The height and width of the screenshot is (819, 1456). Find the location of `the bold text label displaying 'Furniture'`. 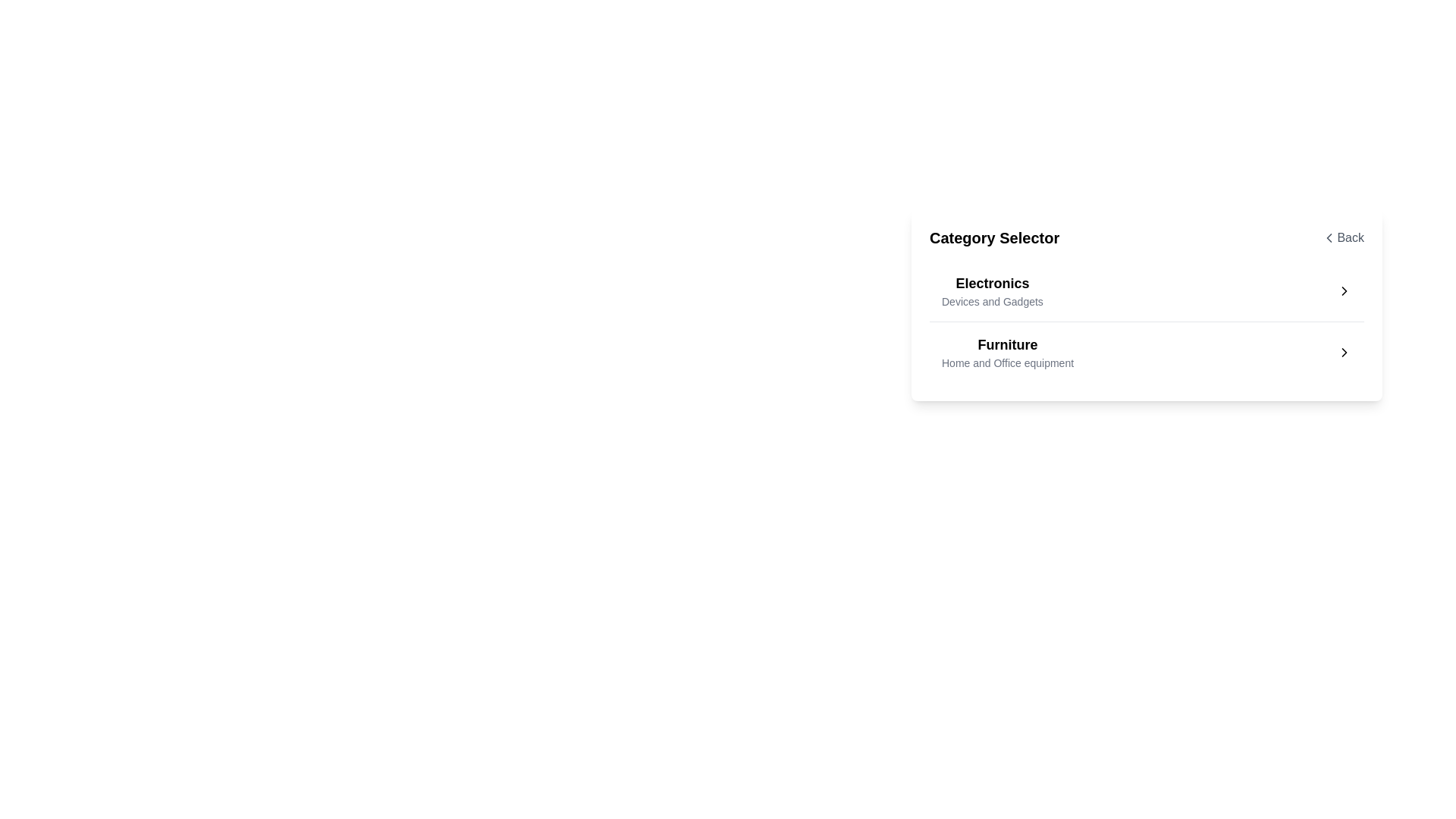

the bold text label displaying 'Furniture' is located at coordinates (1008, 345).